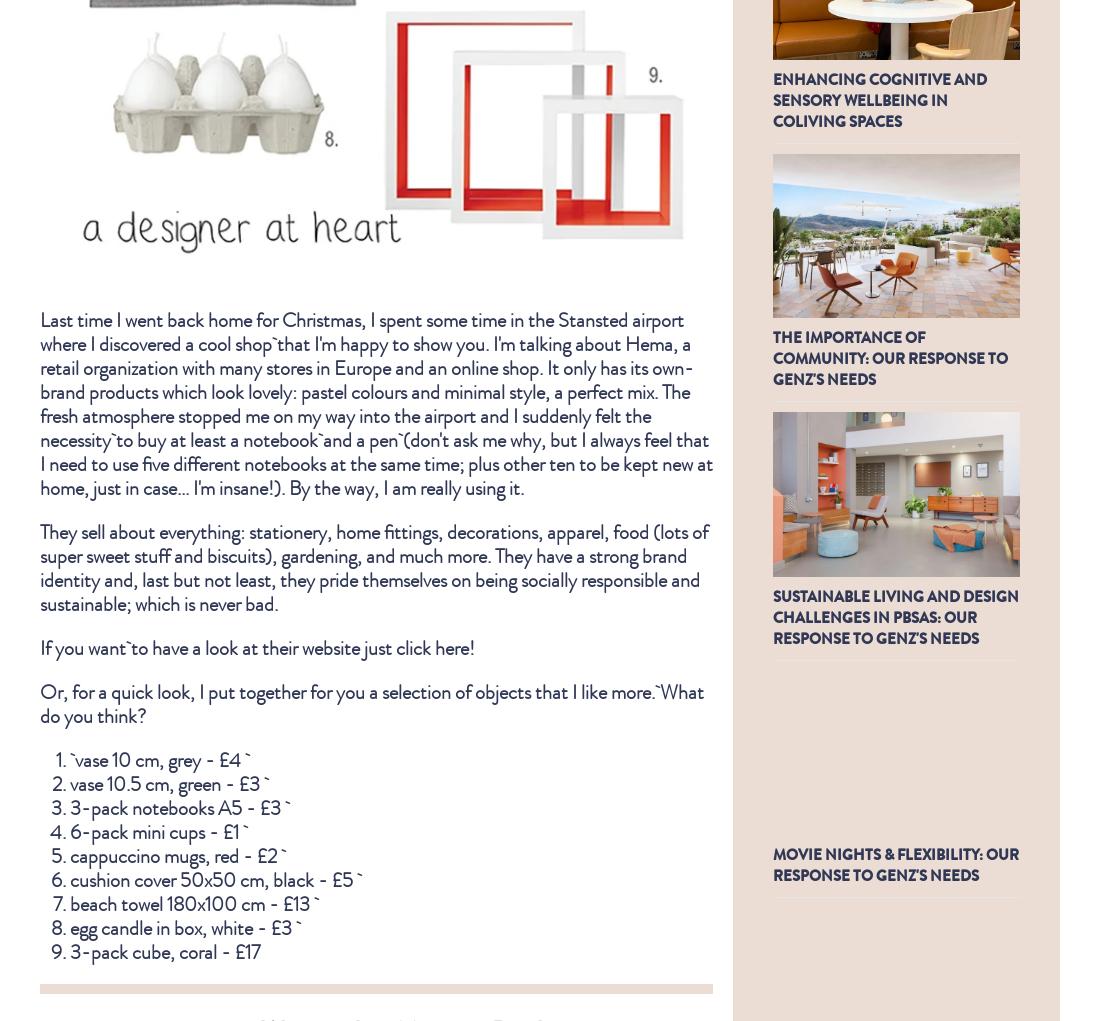  Describe the element at coordinates (68, 877) in the screenshot. I see `'cushion cover 50x50 cm, black - £5'` at that location.